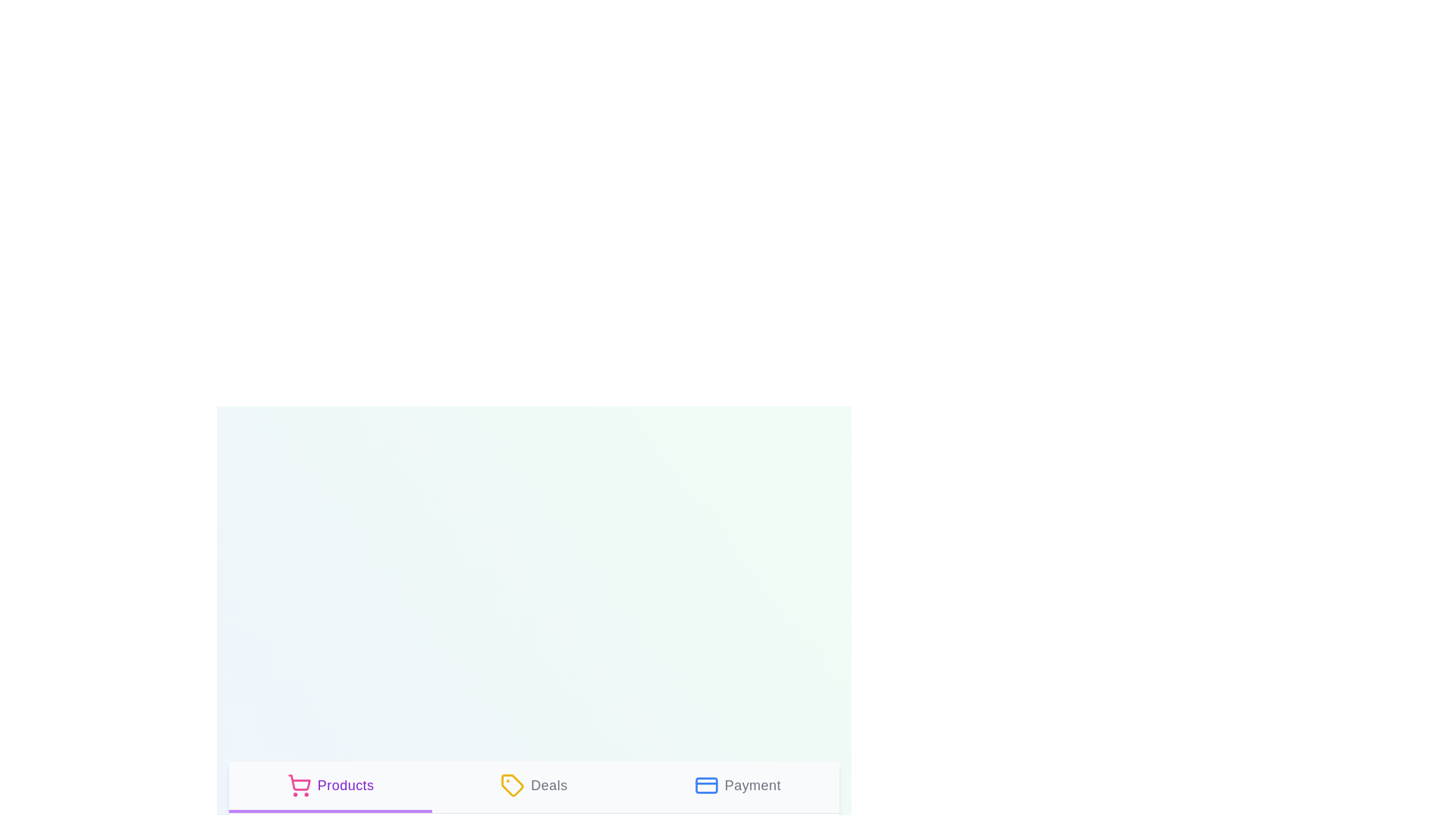 The height and width of the screenshot is (819, 1456). I want to click on the tab labeled Deals to view its description, so click(534, 786).